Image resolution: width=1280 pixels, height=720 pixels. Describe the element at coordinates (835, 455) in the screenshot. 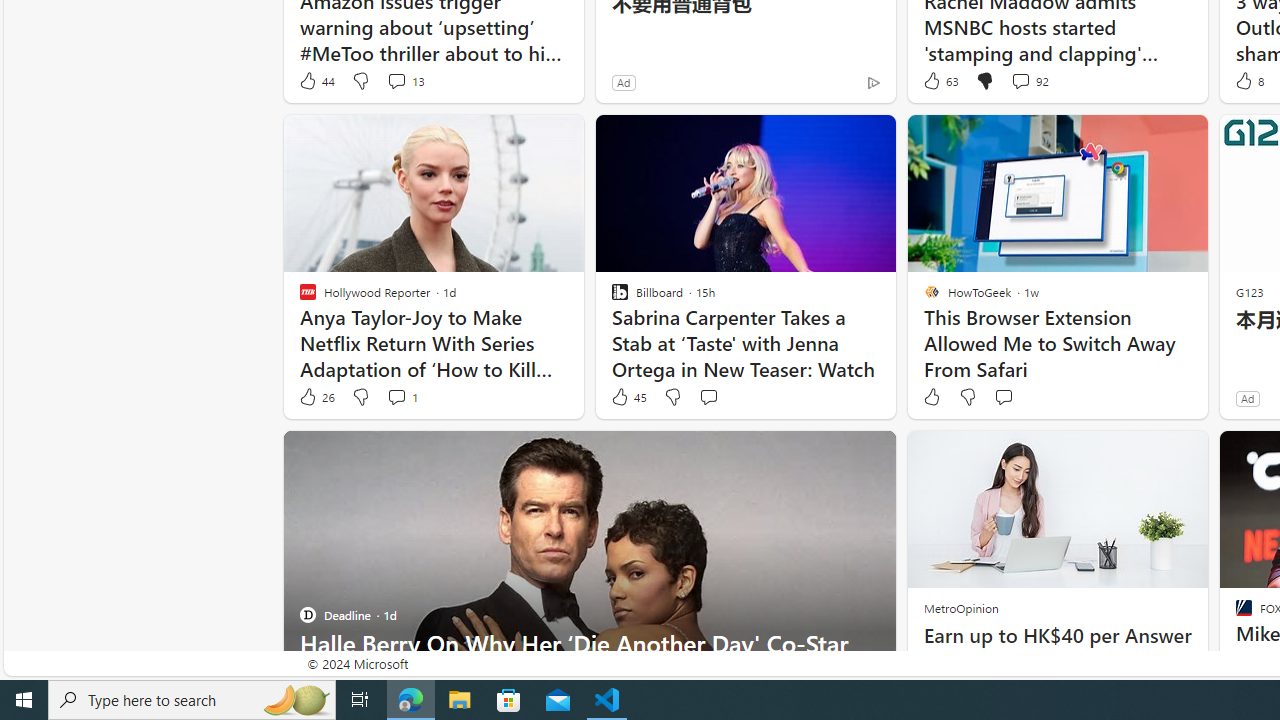

I see `'Hide this story'` at that location.